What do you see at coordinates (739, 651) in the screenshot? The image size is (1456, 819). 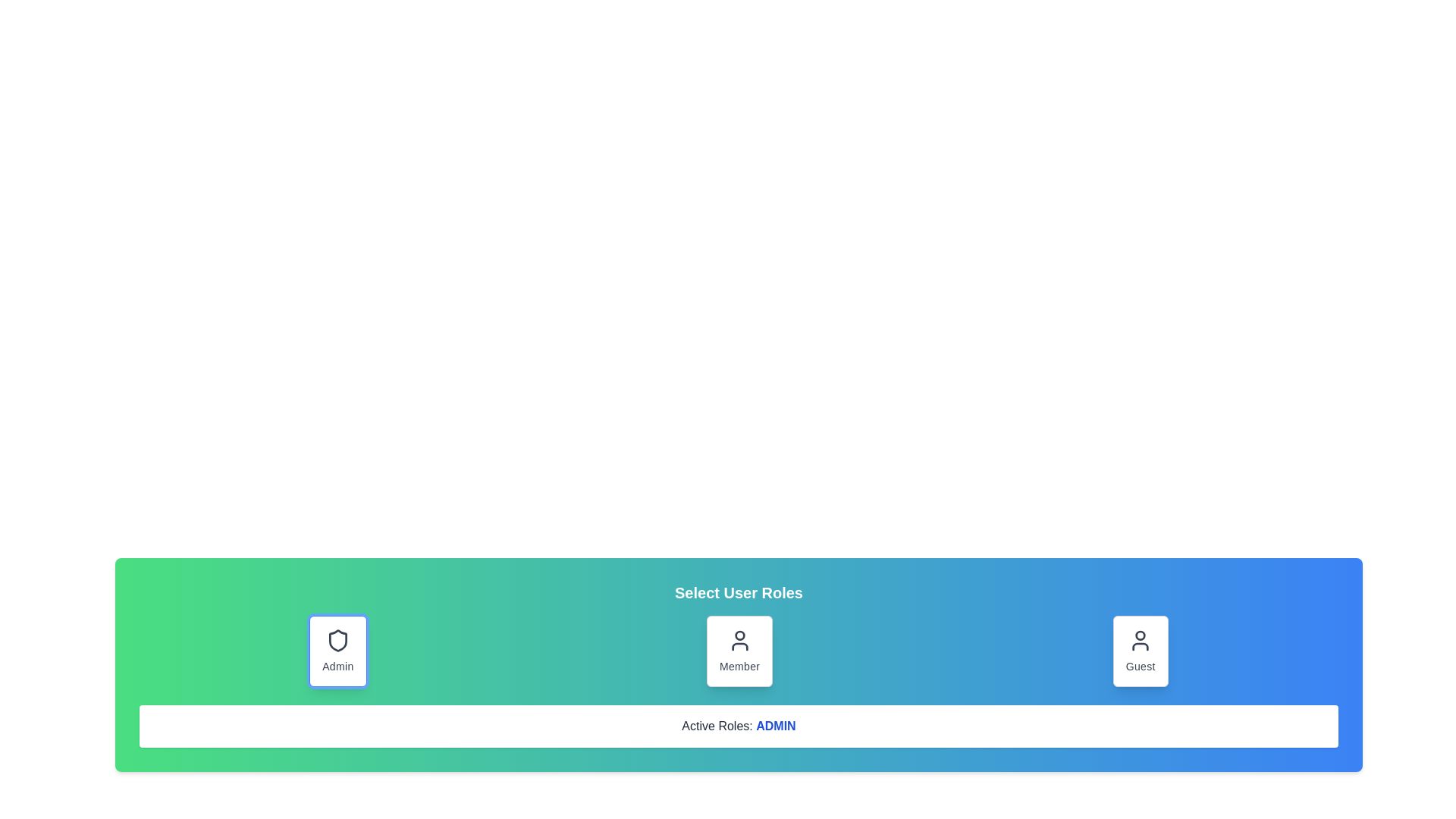 I see `the role button Member to inspect its hover and focus effects` at bounding box center [739, 651].